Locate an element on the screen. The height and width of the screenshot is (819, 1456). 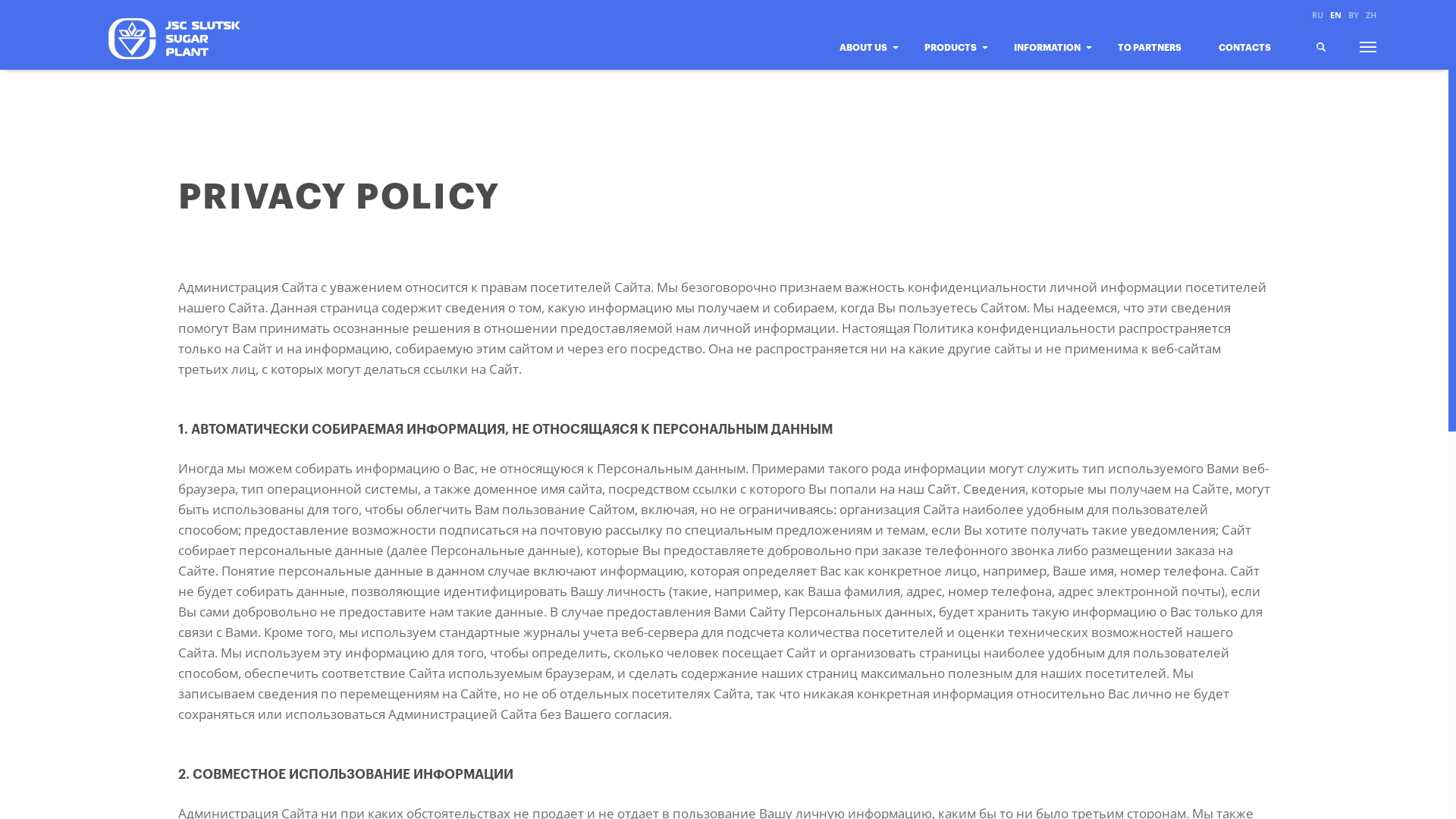
'CONTACTS' is located at coordinates (1218, 60).